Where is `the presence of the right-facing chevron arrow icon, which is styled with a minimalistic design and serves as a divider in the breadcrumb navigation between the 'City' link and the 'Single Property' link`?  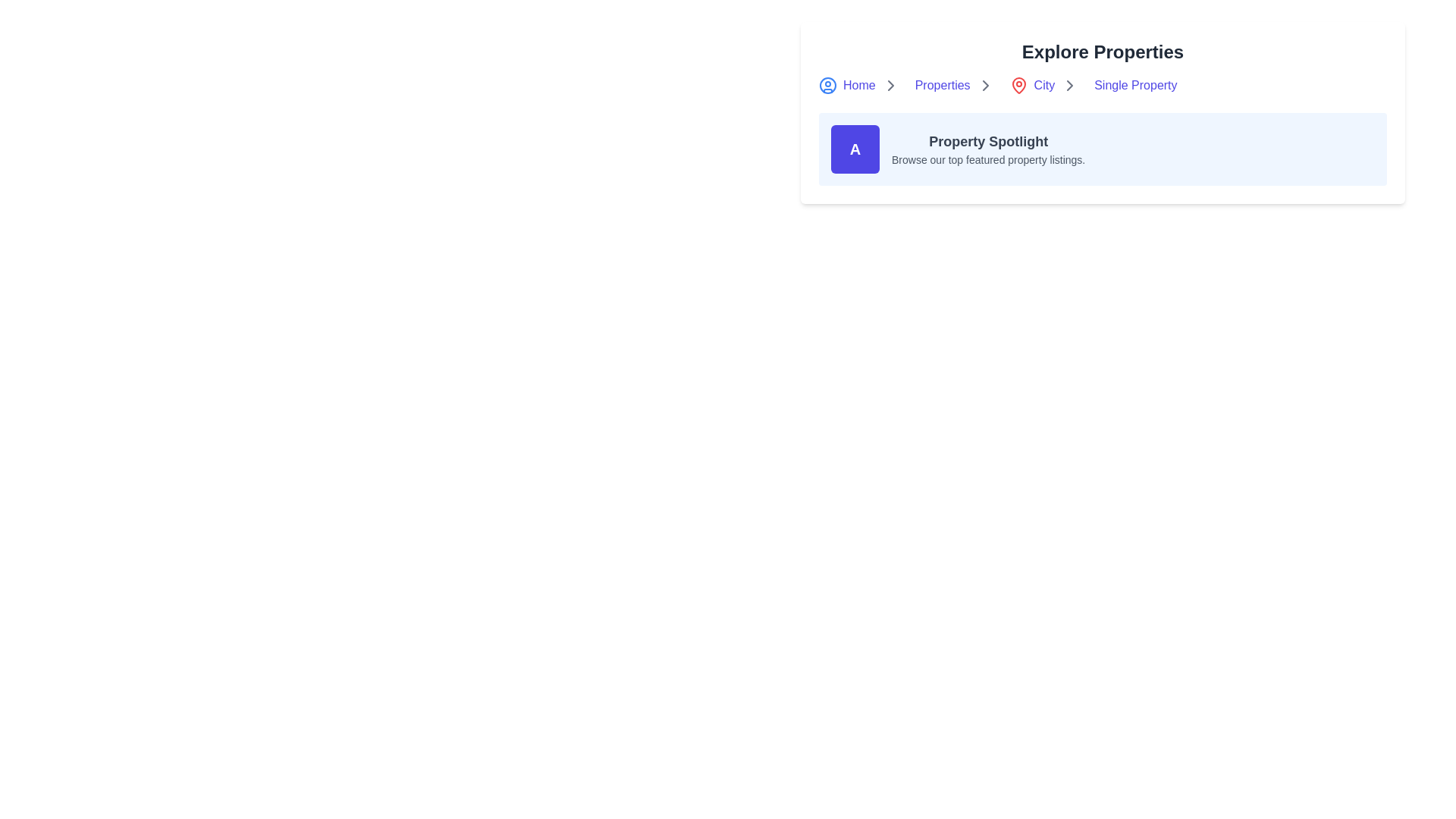 the presence of the right-facing chevron arrow icon, which is styled with a minimalistic design and serves as a divider in the breadcrumb navigation between the 'City' link and the 'Single Property' link is located at coordinates (1069, 85).